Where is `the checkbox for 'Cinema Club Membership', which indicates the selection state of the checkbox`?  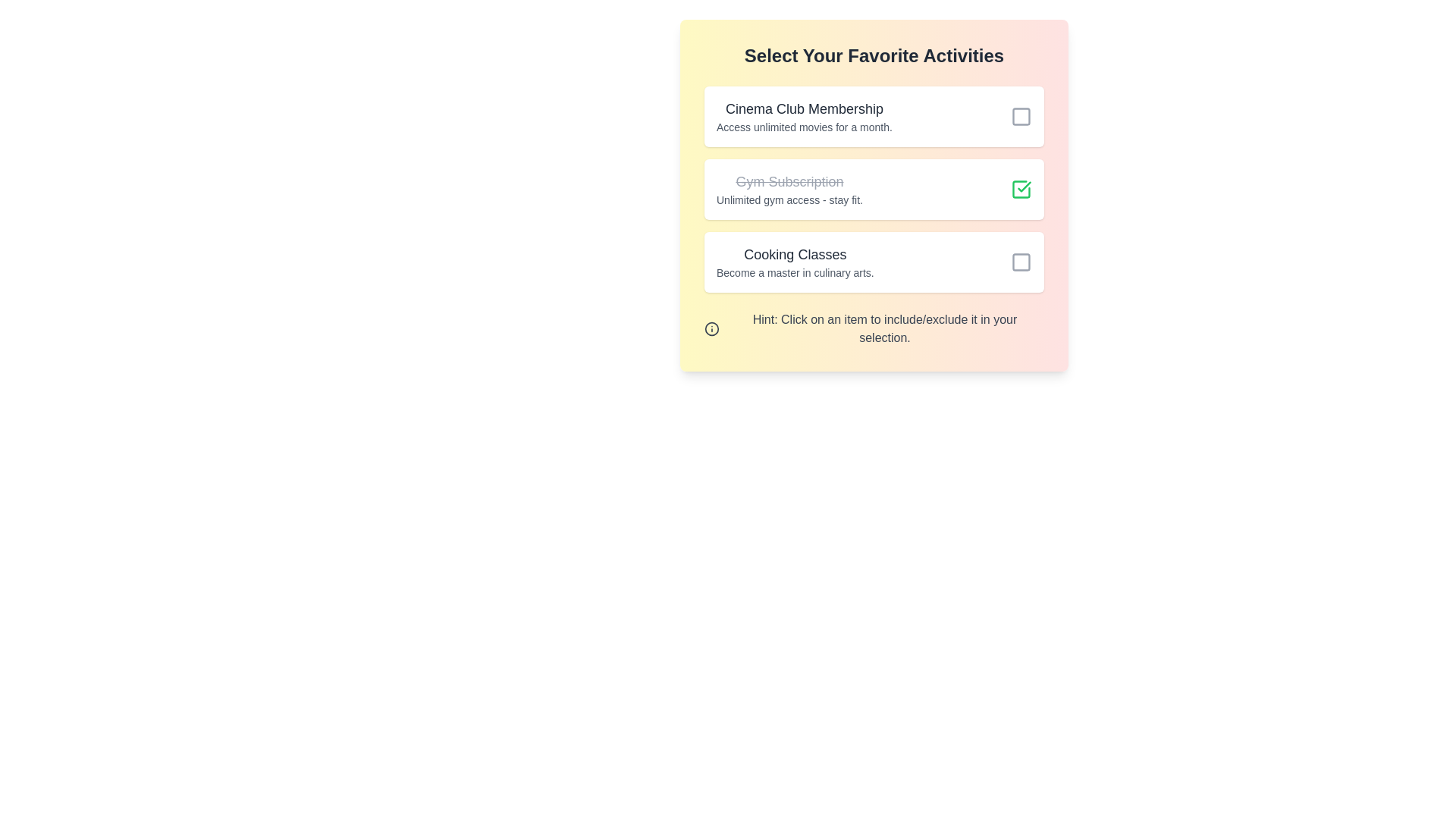 the checkbox for 'Cinema Club Membership', which indicates the selection state of the checkbox is located at coordinates (1021, 116).